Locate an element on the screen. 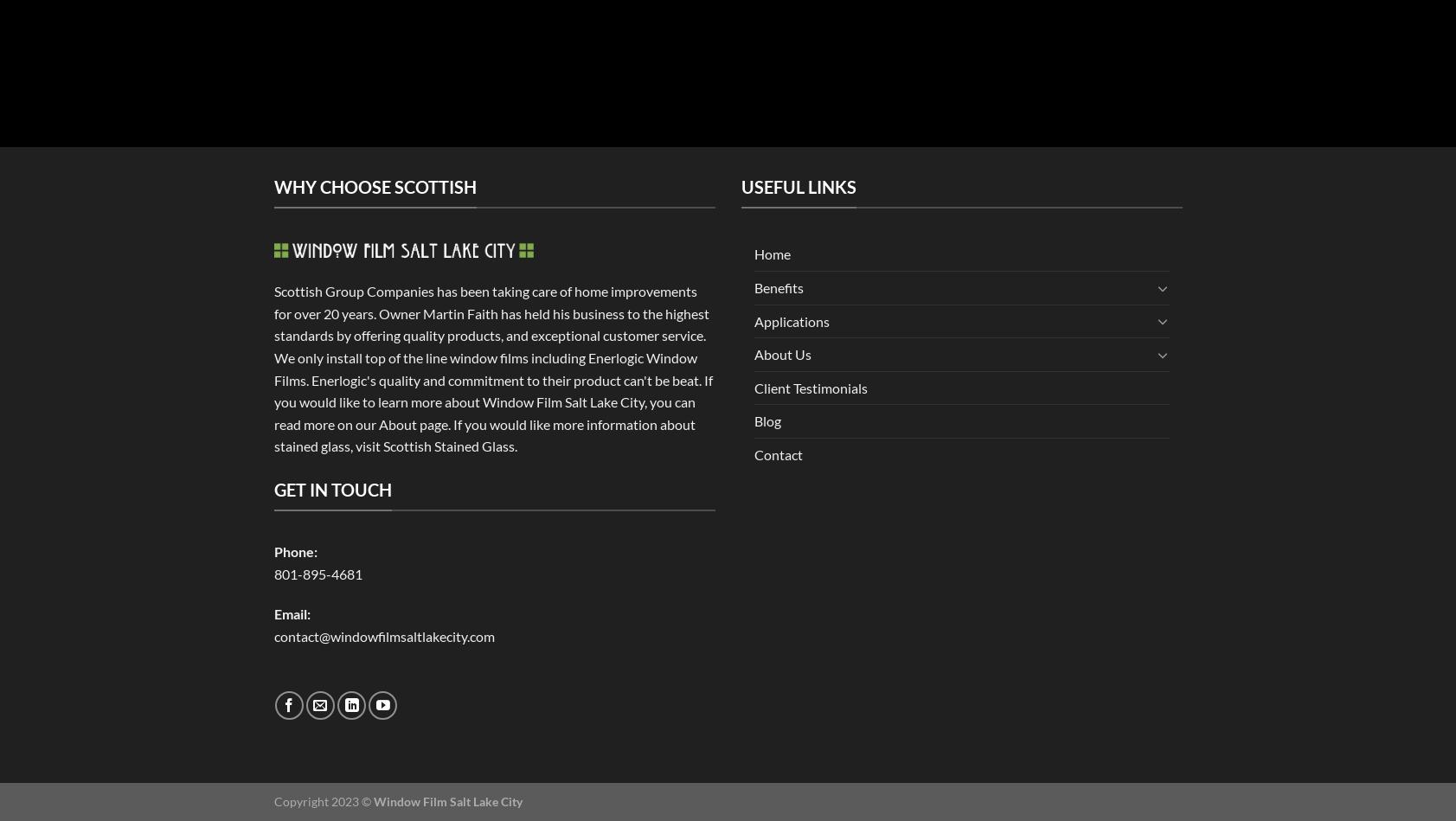 The height and width of the screenshot is (821, 1456). 'Copyright 2023 ©' is located at coordinates (273, 800).